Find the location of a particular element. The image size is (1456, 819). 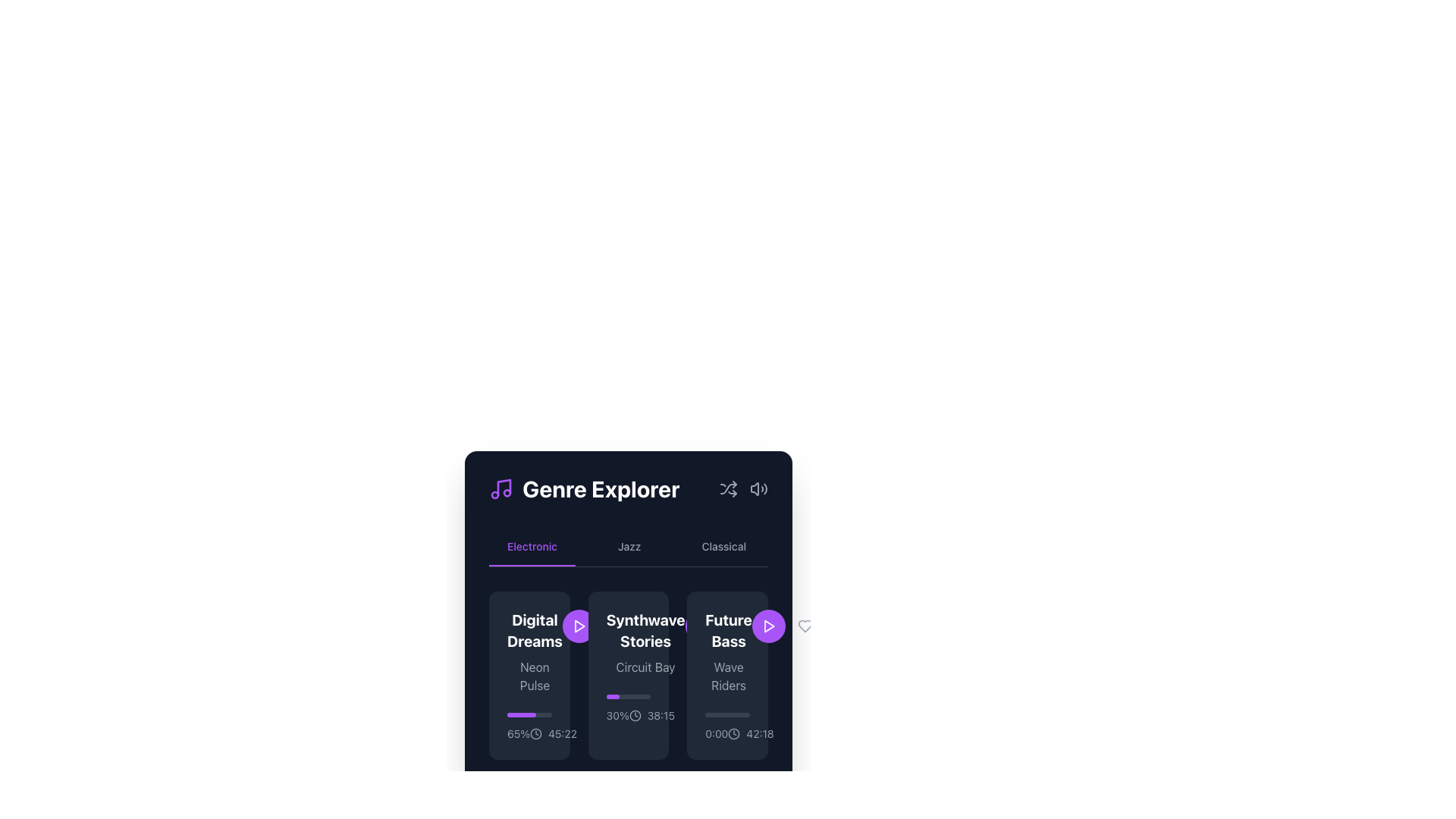

the genre tab button to switch the view is located at coordinates (629, 547).